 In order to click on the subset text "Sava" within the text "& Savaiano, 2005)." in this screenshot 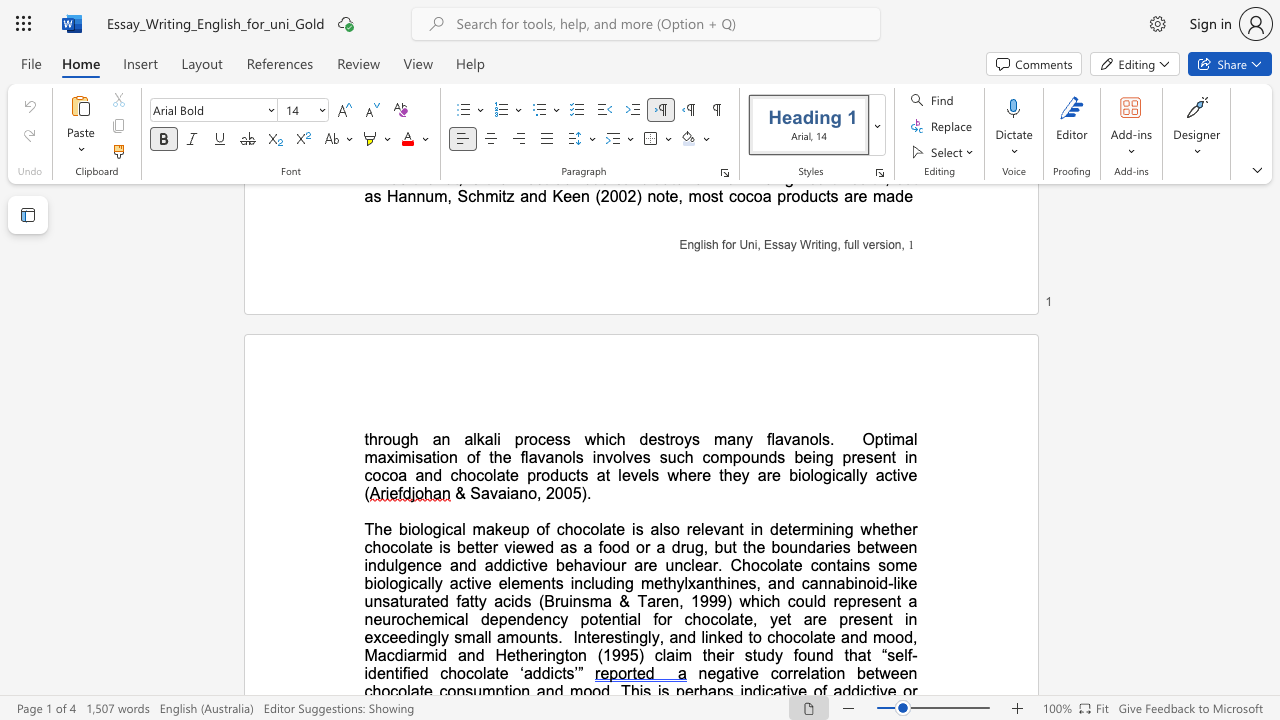, I will do `click(469, 493)`.